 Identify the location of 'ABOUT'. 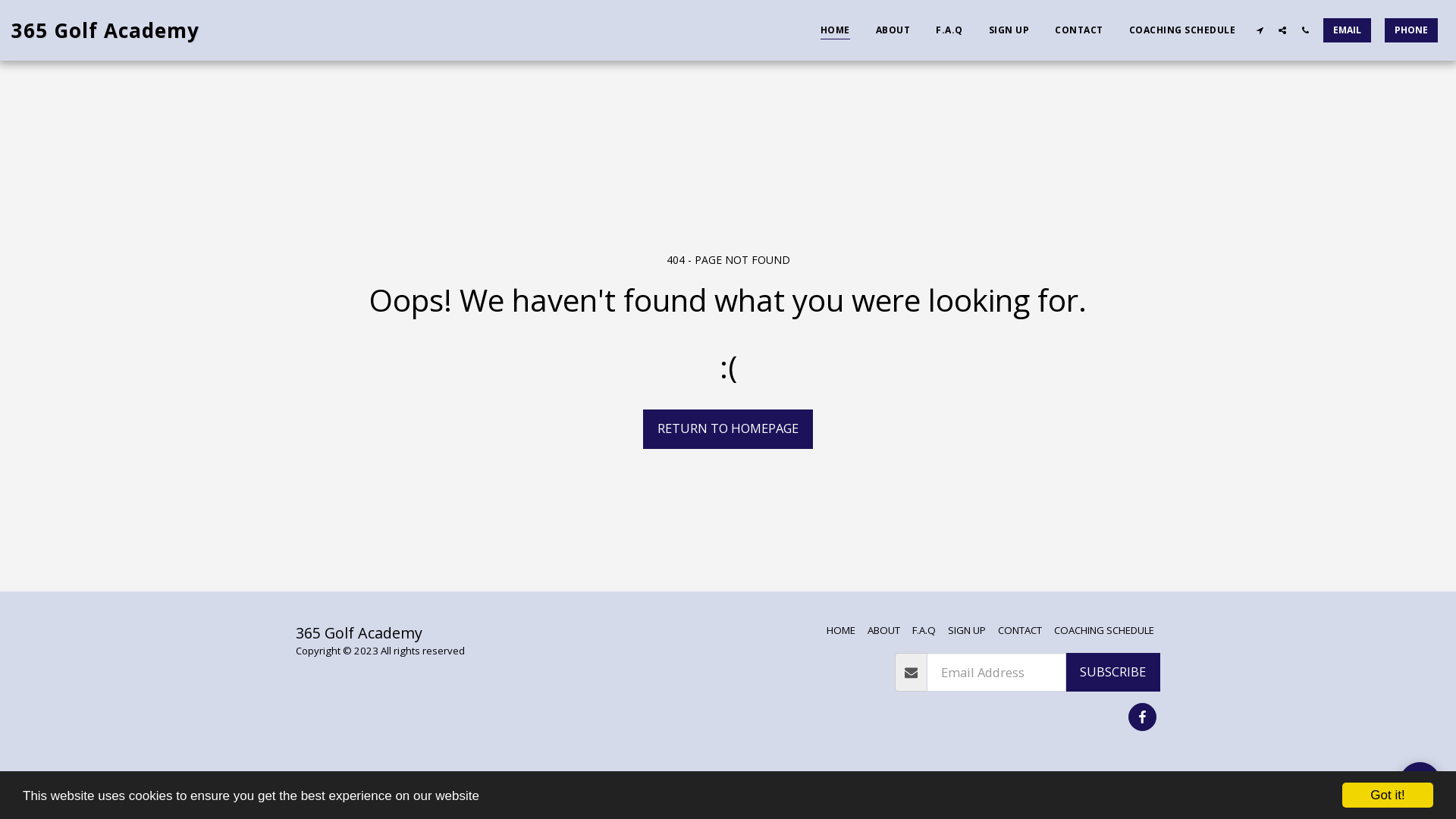
(883, 629).